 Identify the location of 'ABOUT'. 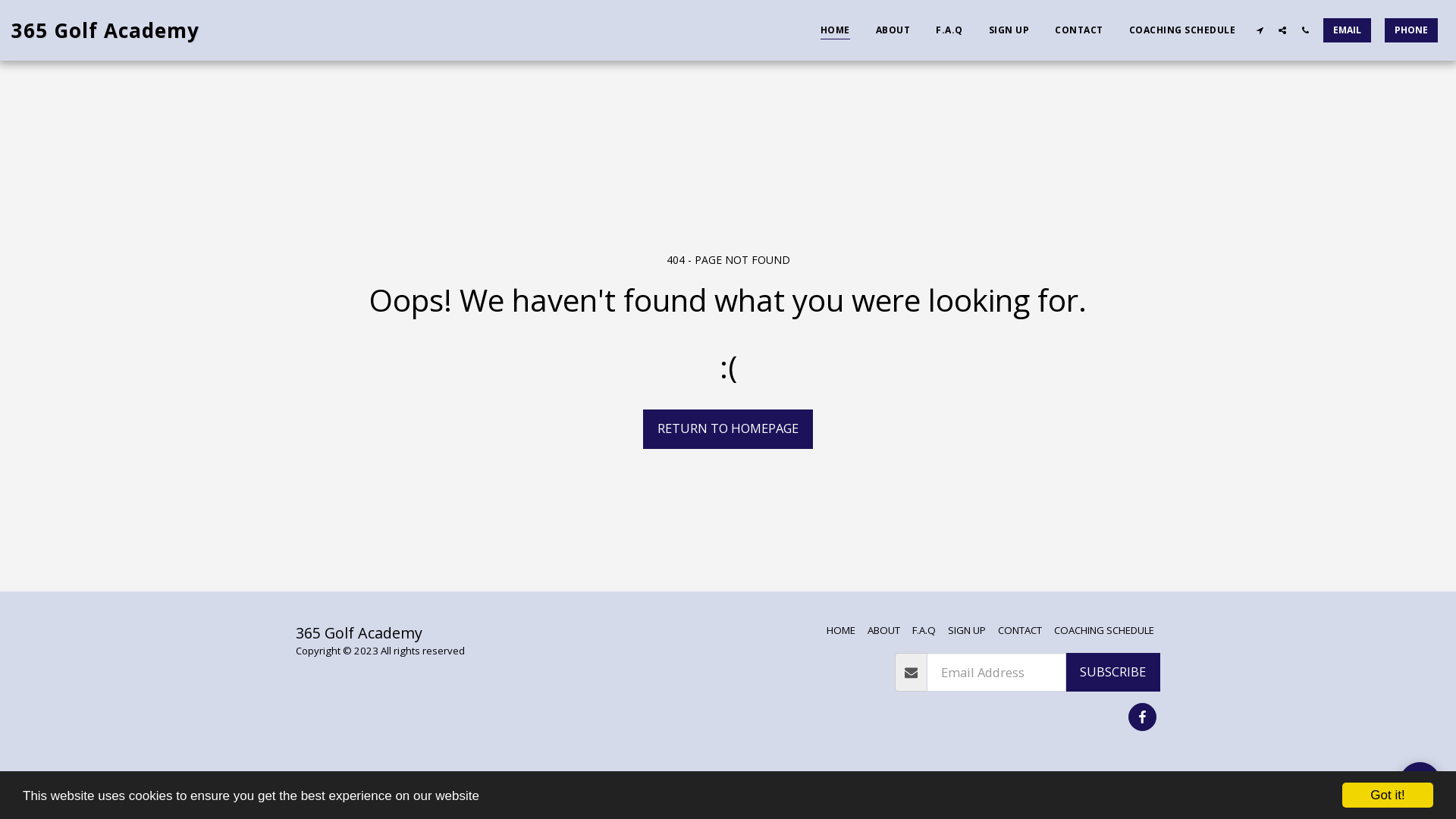
(883, 629).